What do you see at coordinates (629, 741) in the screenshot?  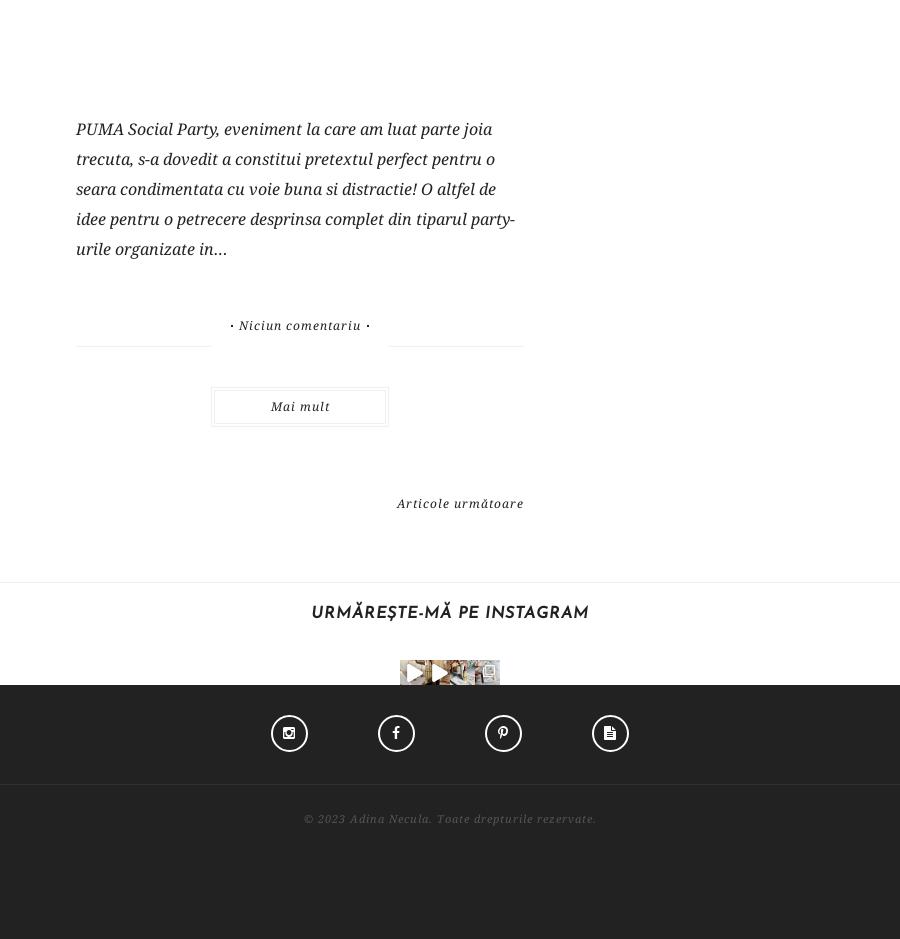 I see `'2141'` at bounding box center [629, 741].